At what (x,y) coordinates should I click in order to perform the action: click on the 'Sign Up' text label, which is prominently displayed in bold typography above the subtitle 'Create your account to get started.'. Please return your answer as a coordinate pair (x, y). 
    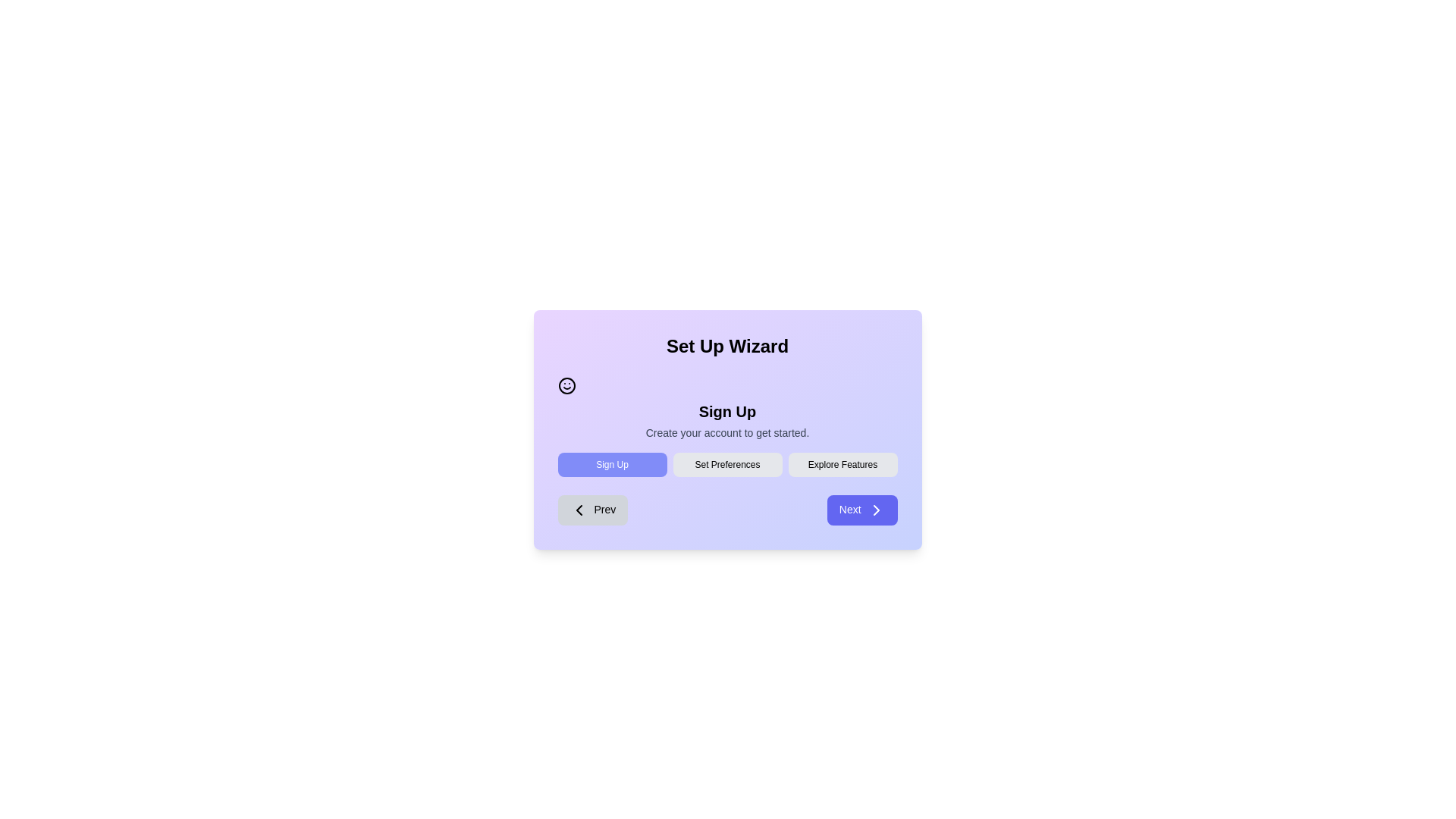
    Looking at the image, I should click on (726, 412).